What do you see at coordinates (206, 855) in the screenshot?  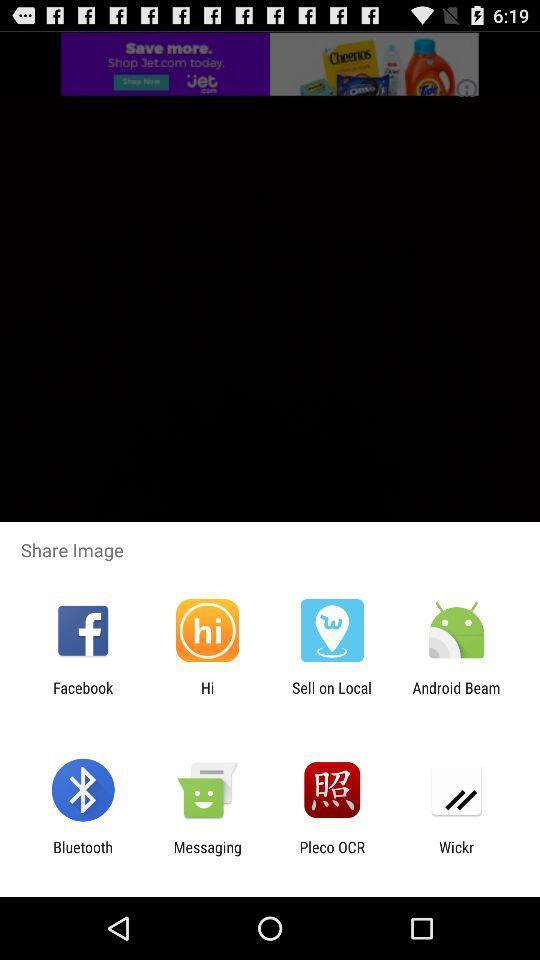 I see `messaging` at bounding box center [206, 855].